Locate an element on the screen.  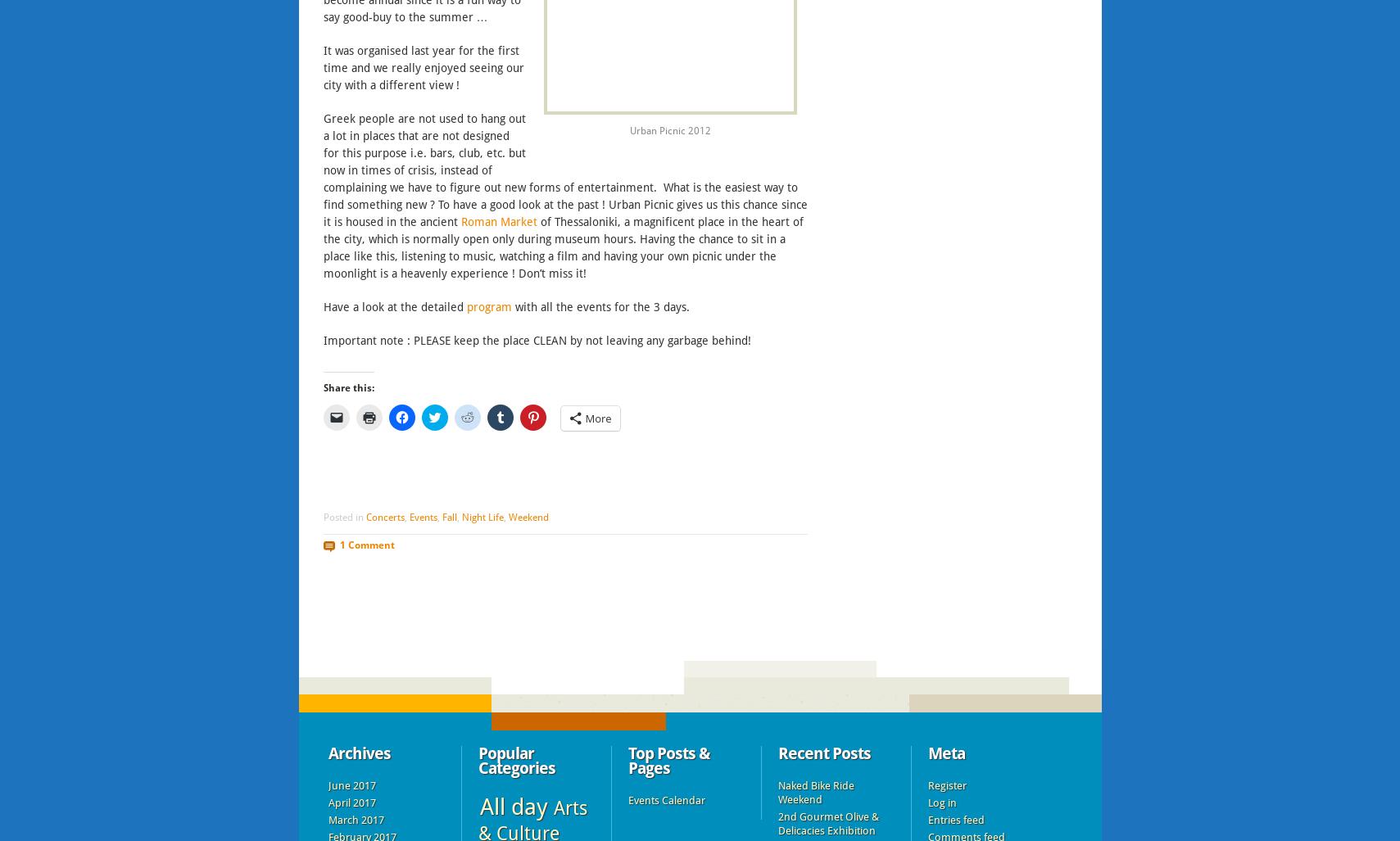
'Urban Picnic 2012' is located at coordinates (629, 131).